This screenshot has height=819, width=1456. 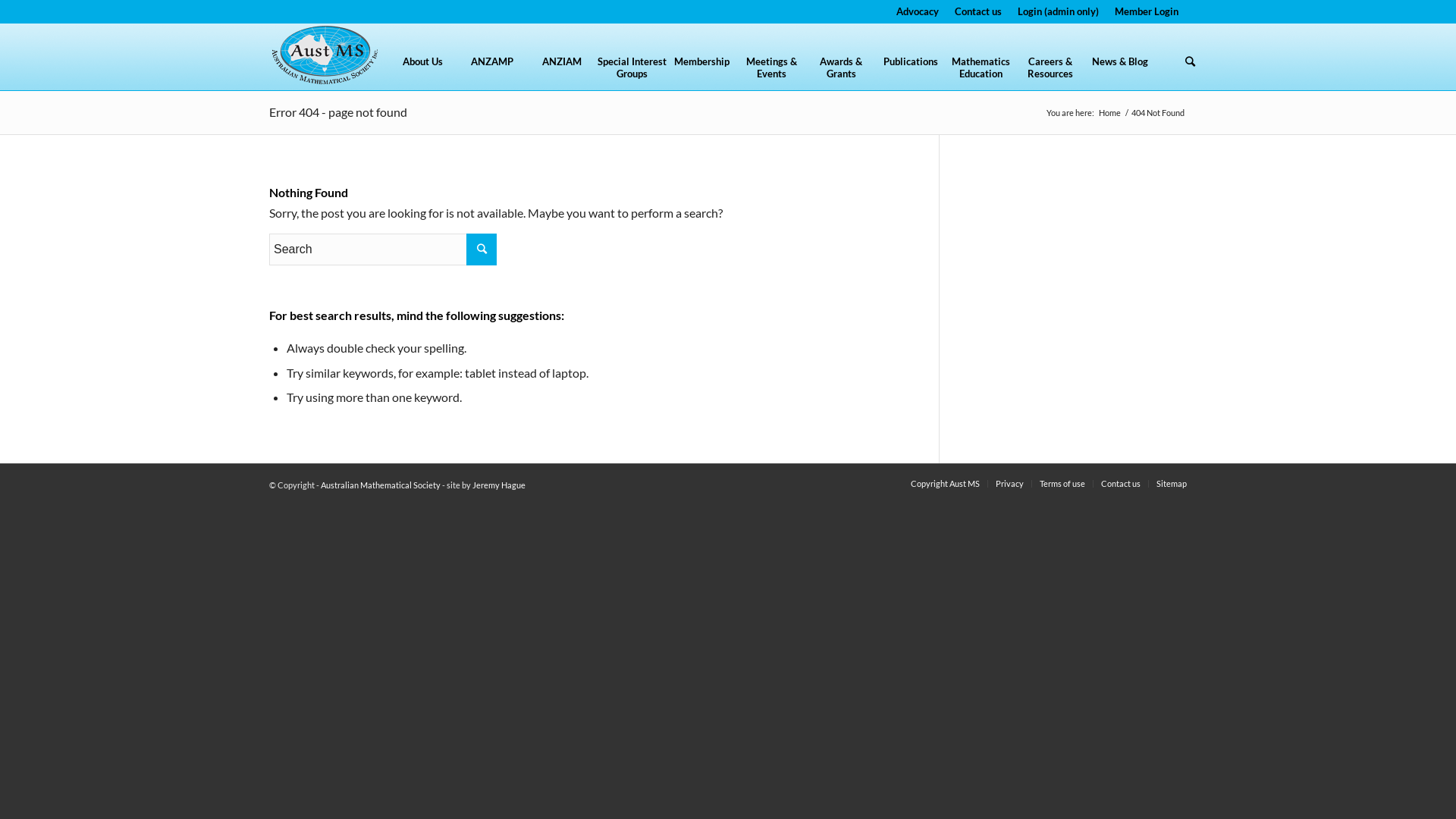 I want to click on 'Member Login', so click(x=1147, y=11).